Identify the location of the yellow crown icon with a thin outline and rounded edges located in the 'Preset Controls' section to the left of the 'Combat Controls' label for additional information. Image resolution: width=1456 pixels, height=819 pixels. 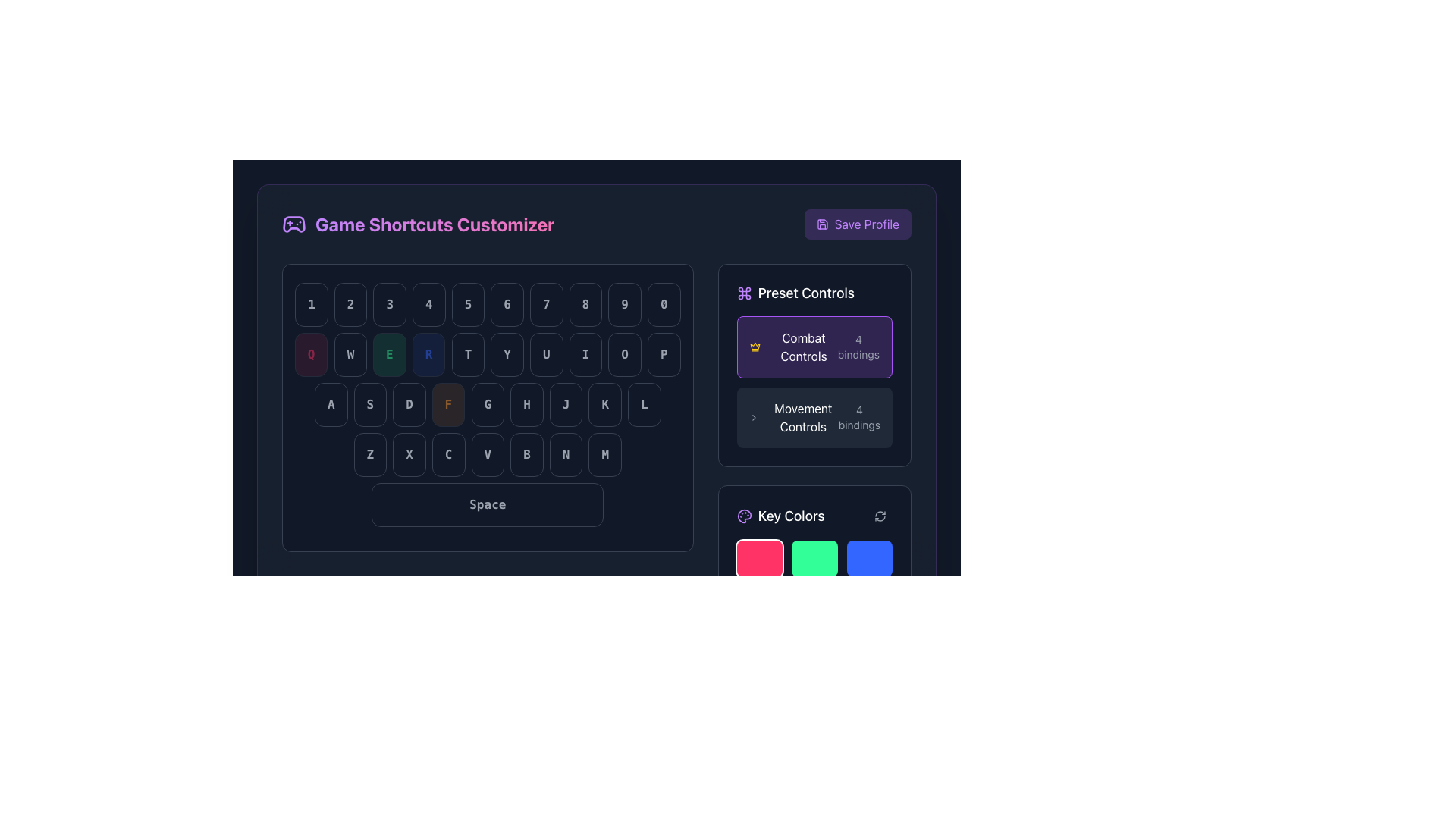
(755, 347).